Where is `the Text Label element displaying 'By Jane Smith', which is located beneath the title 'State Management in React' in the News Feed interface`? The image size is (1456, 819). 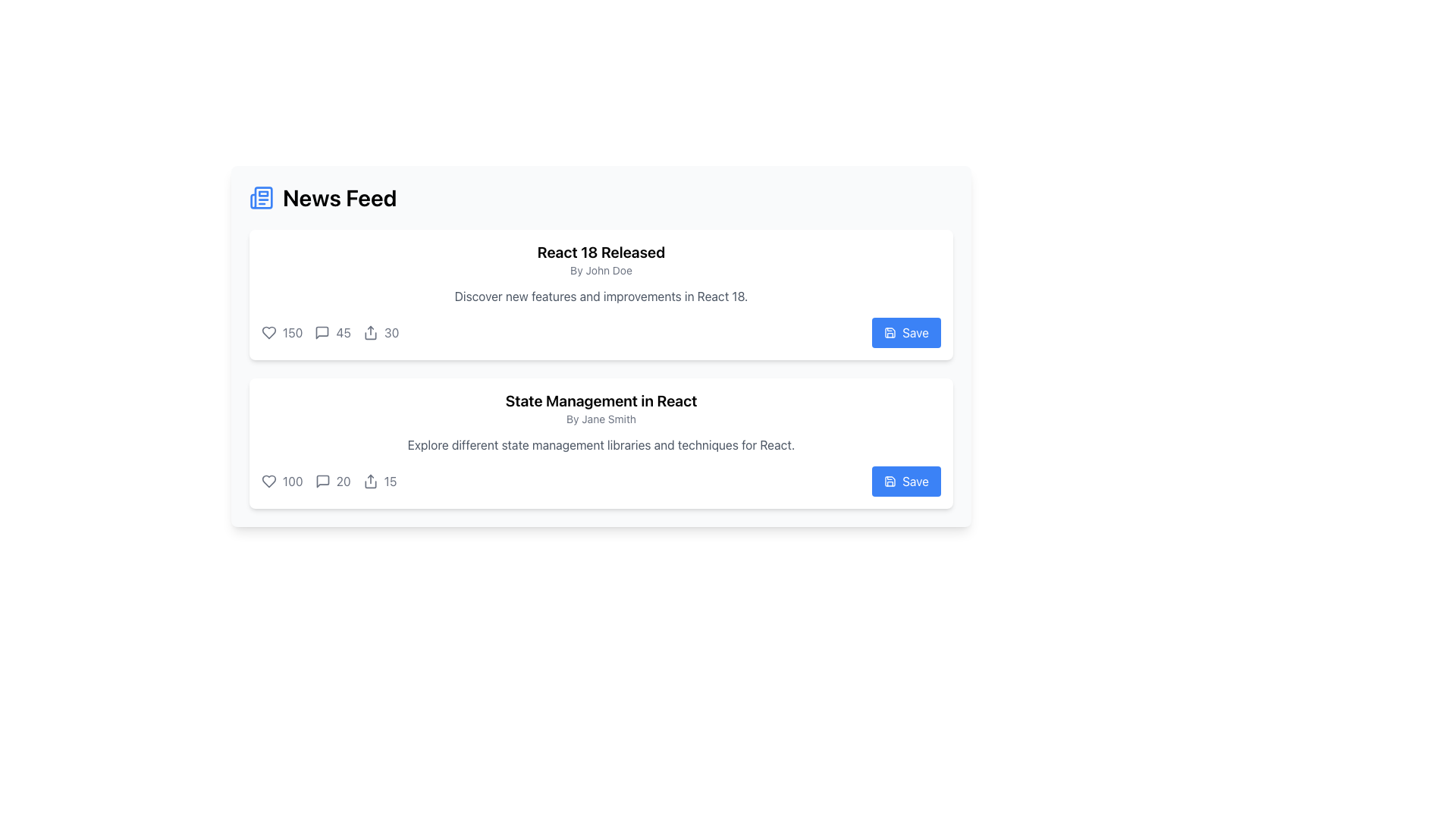 the Text Label element displaying 'By Jane Smith', which is located beneath the title 'State Management in React' in the News Feed interface is located at coordinates (600, 419).